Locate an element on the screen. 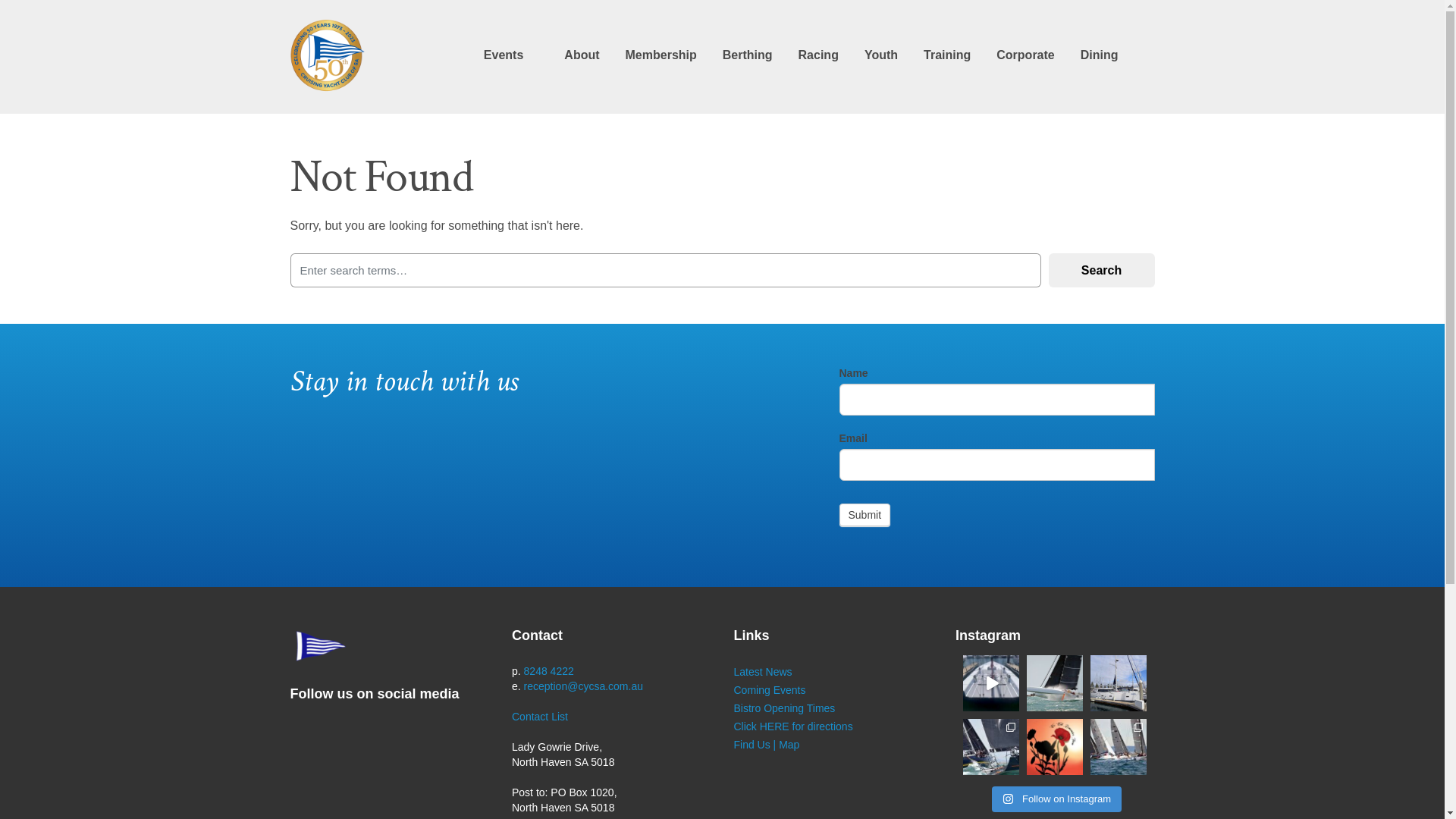  'Submit' is located at coordinates (864, 513).